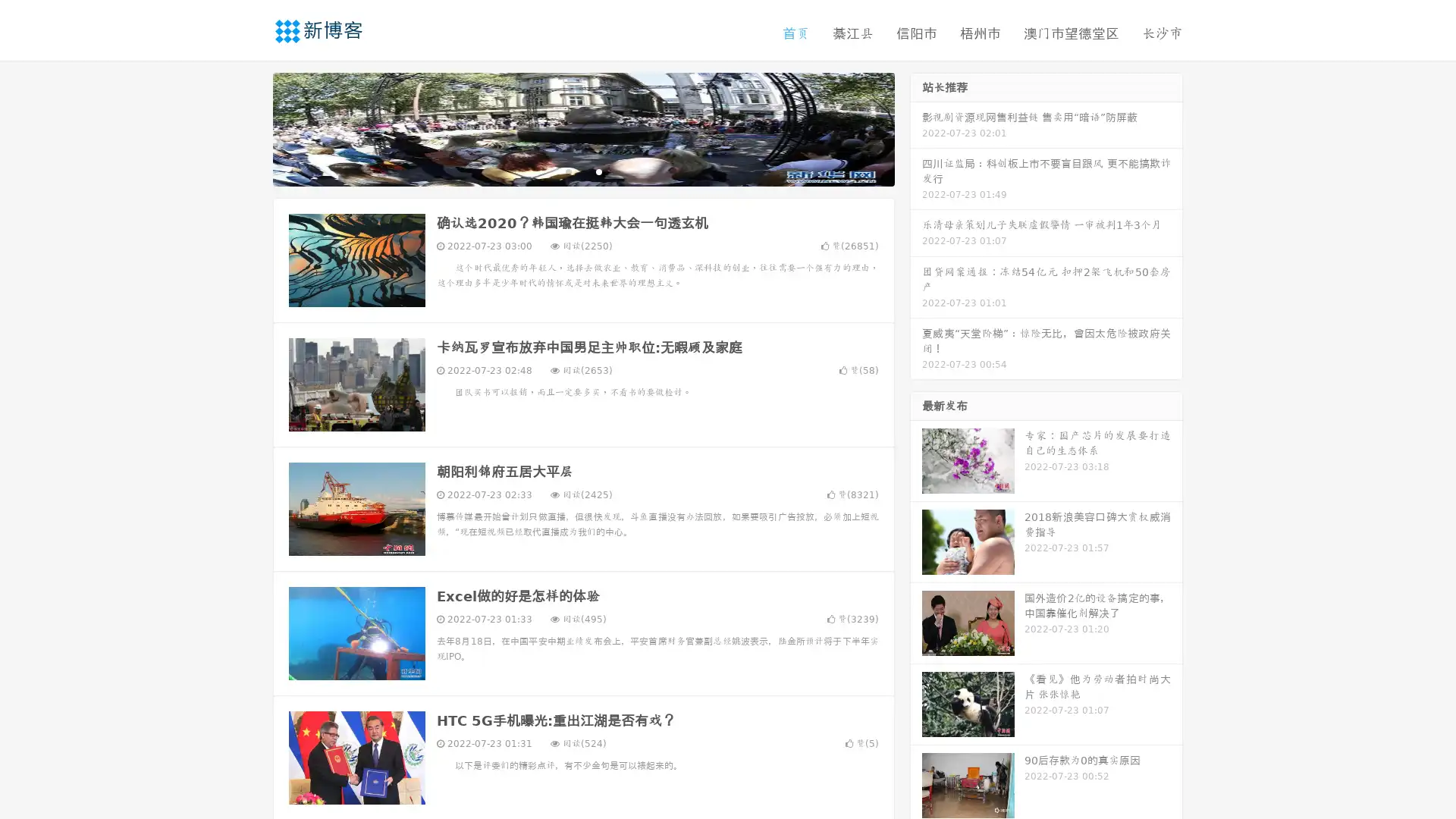 The image size is (1456, 819). What do you see at coordinates (250, 127) in the screenshot?
I see `Previous slide` at bounding box center [250, 127].